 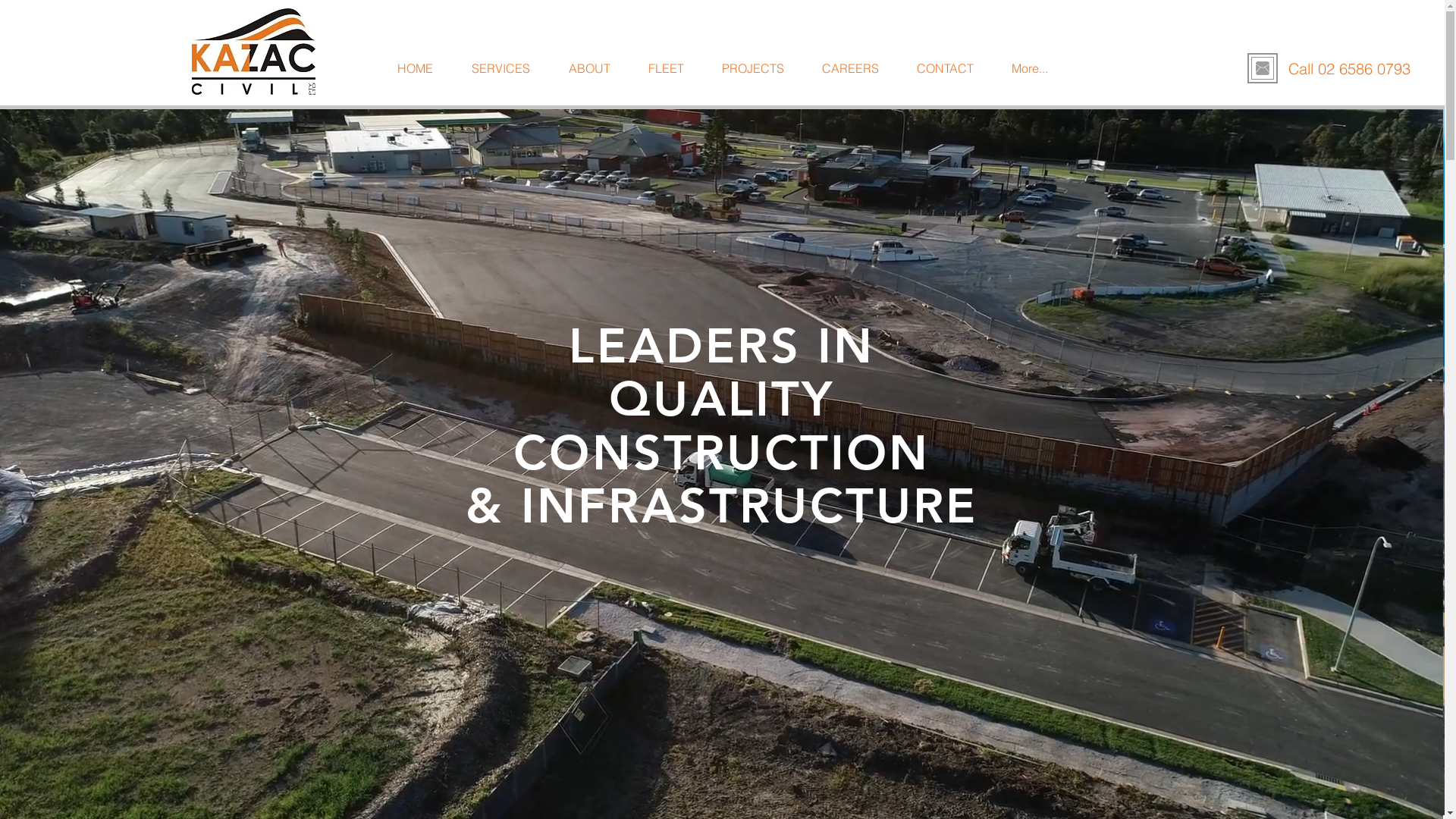 What do you see at coordinates (378, 68) in the screenshot?
I see `'HOME'` at bounding box center [378, 68].